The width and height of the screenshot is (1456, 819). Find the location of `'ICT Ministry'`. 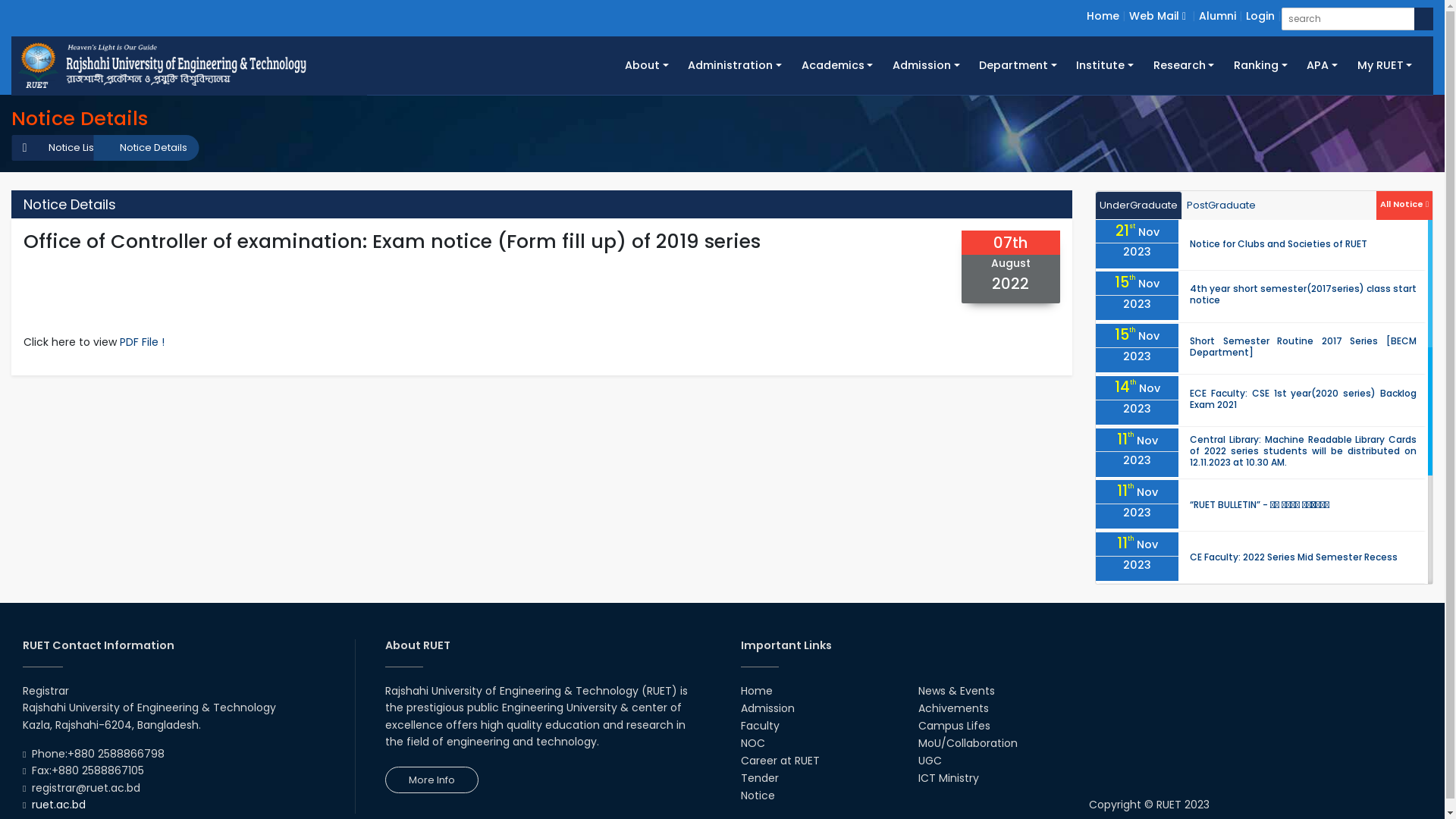

'ICT Ministry' is located at coordinates (948, 778).